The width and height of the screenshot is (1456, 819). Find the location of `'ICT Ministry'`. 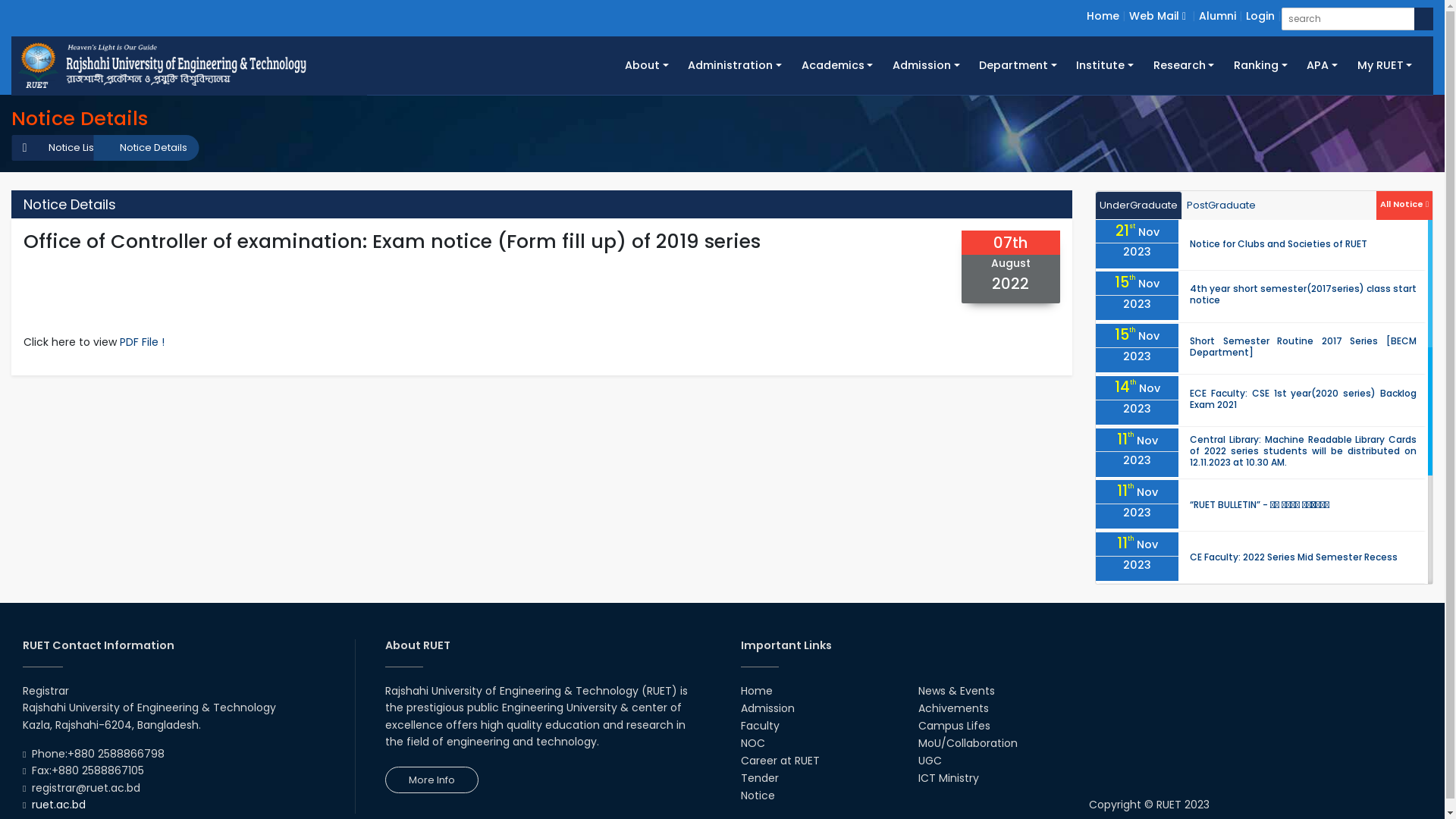

'ICT Ministry' is located at coordinates (948, 778).